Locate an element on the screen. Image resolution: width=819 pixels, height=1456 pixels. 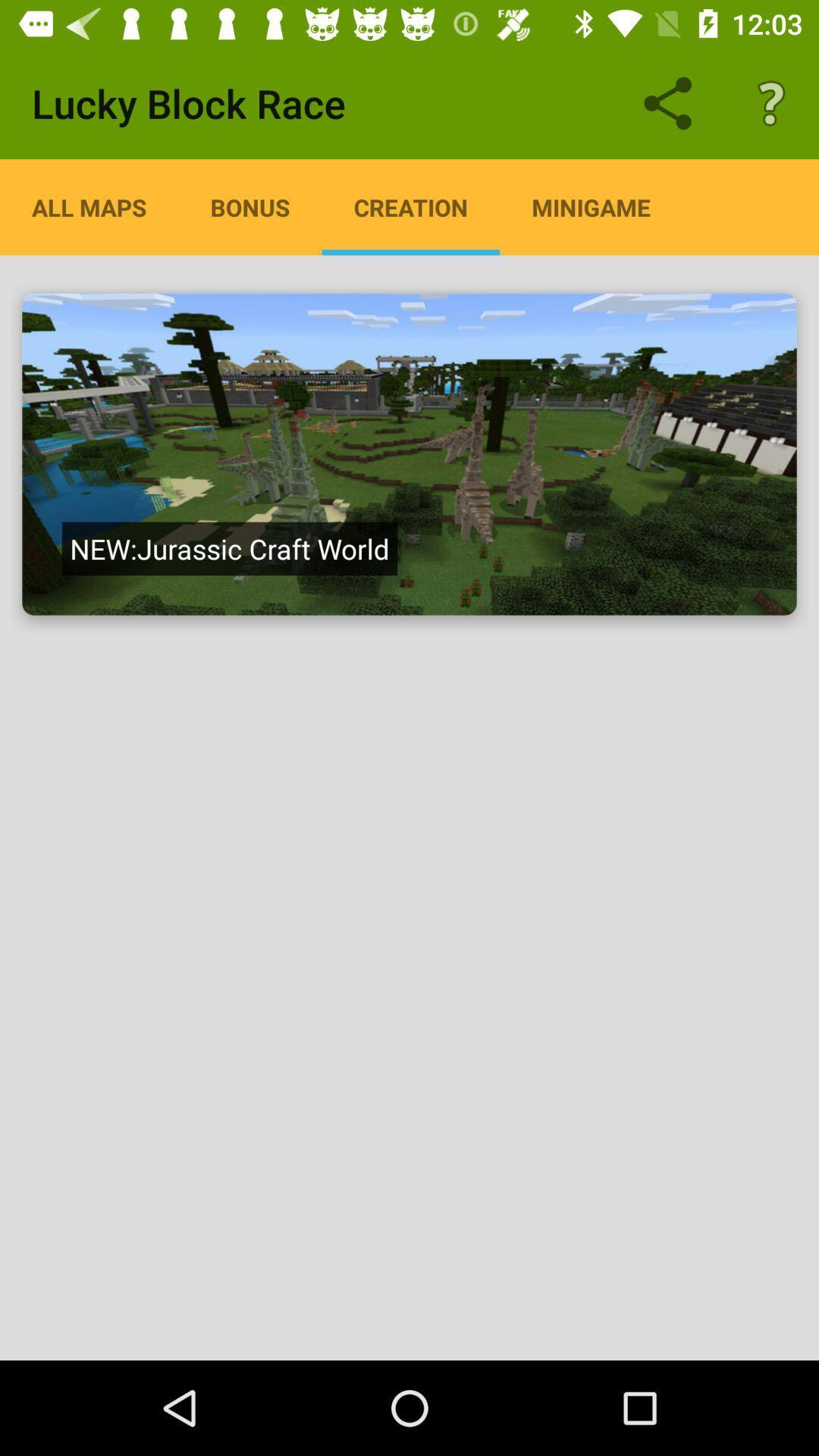
the item to the left of minigame item is located at coordinates (410, 206).